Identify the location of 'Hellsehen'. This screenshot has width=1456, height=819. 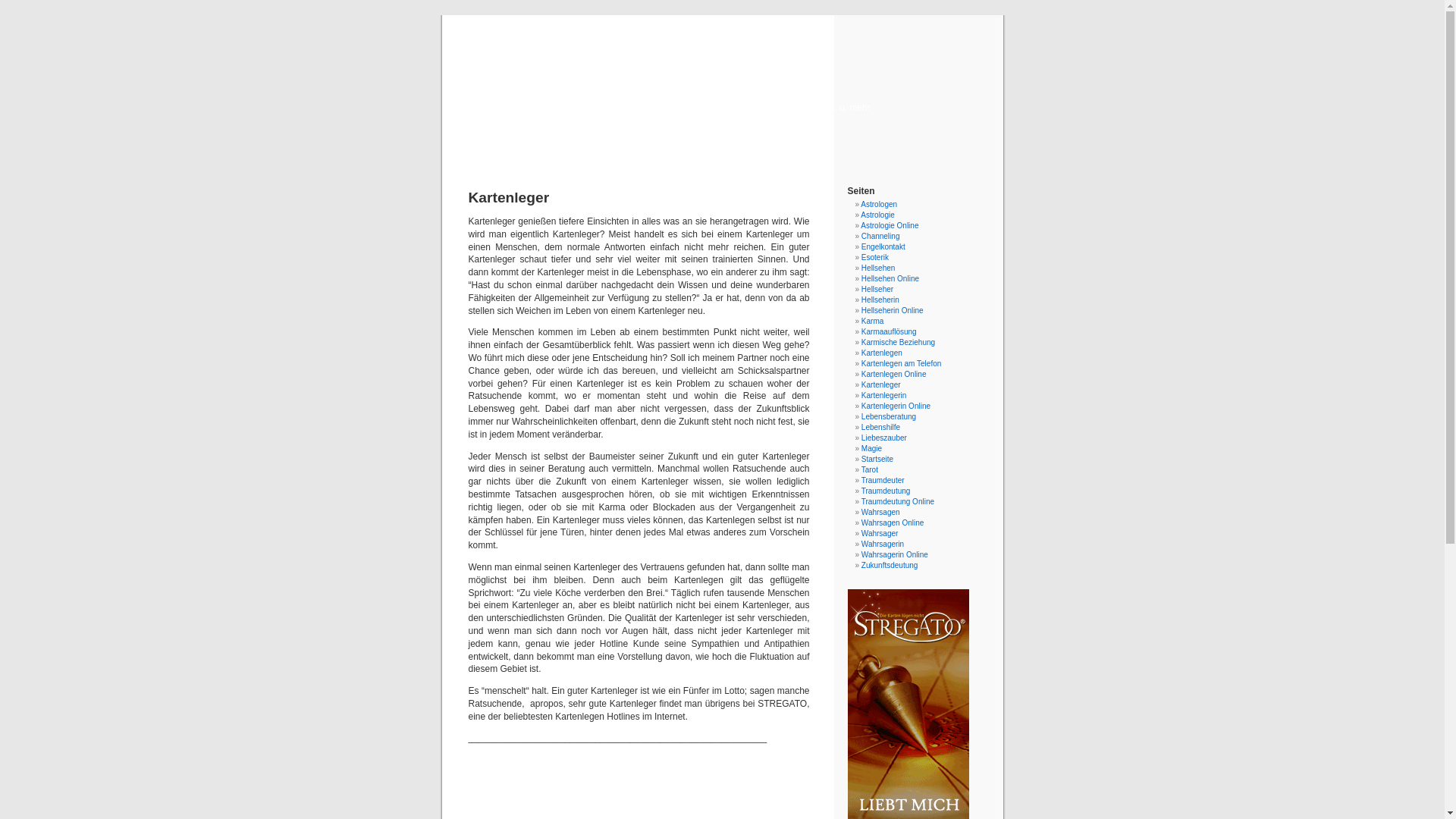
(877, 267).